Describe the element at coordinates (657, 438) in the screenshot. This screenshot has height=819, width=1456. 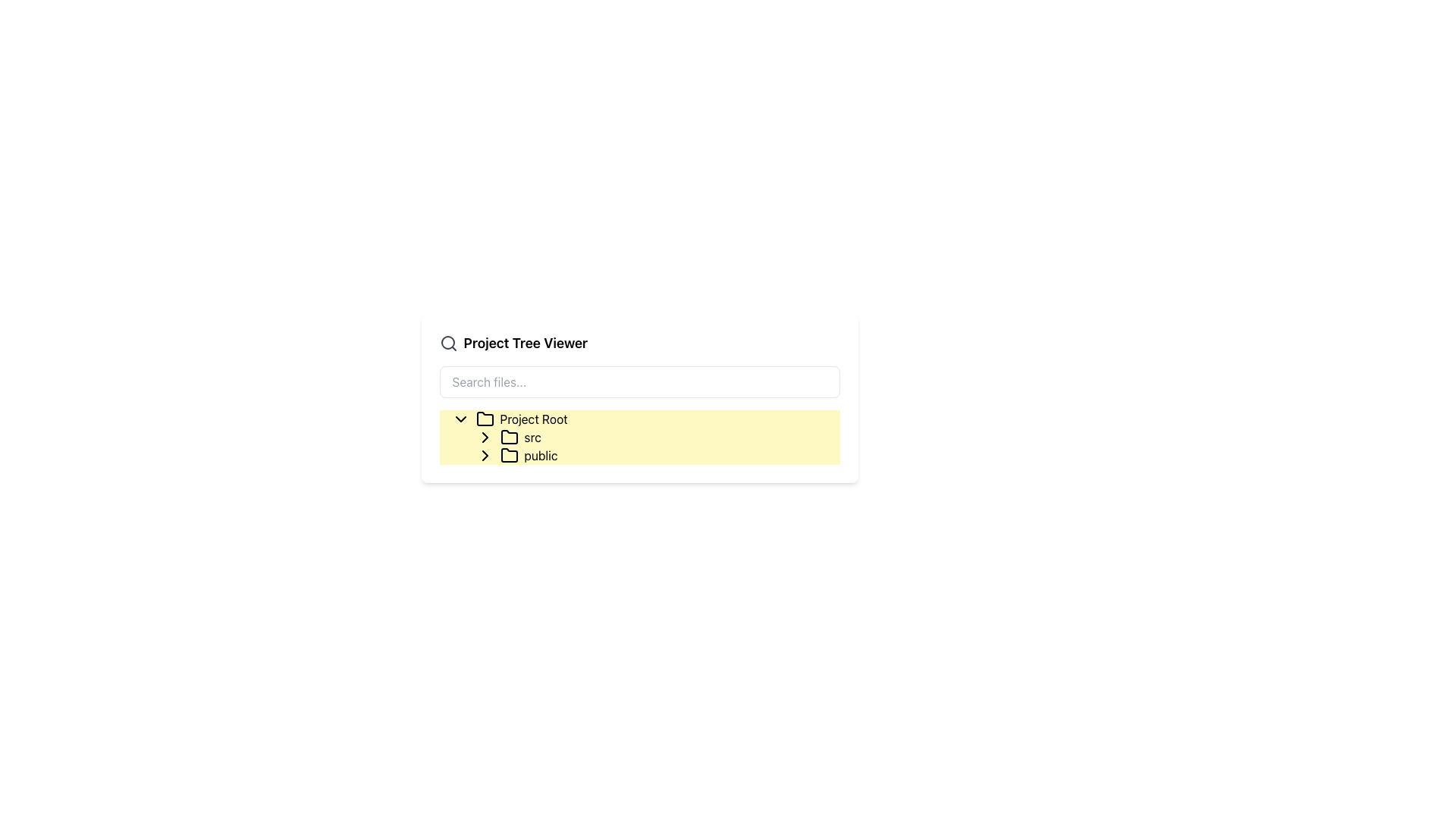
I see `the 'src' folder row in the file tree structure` at that location.